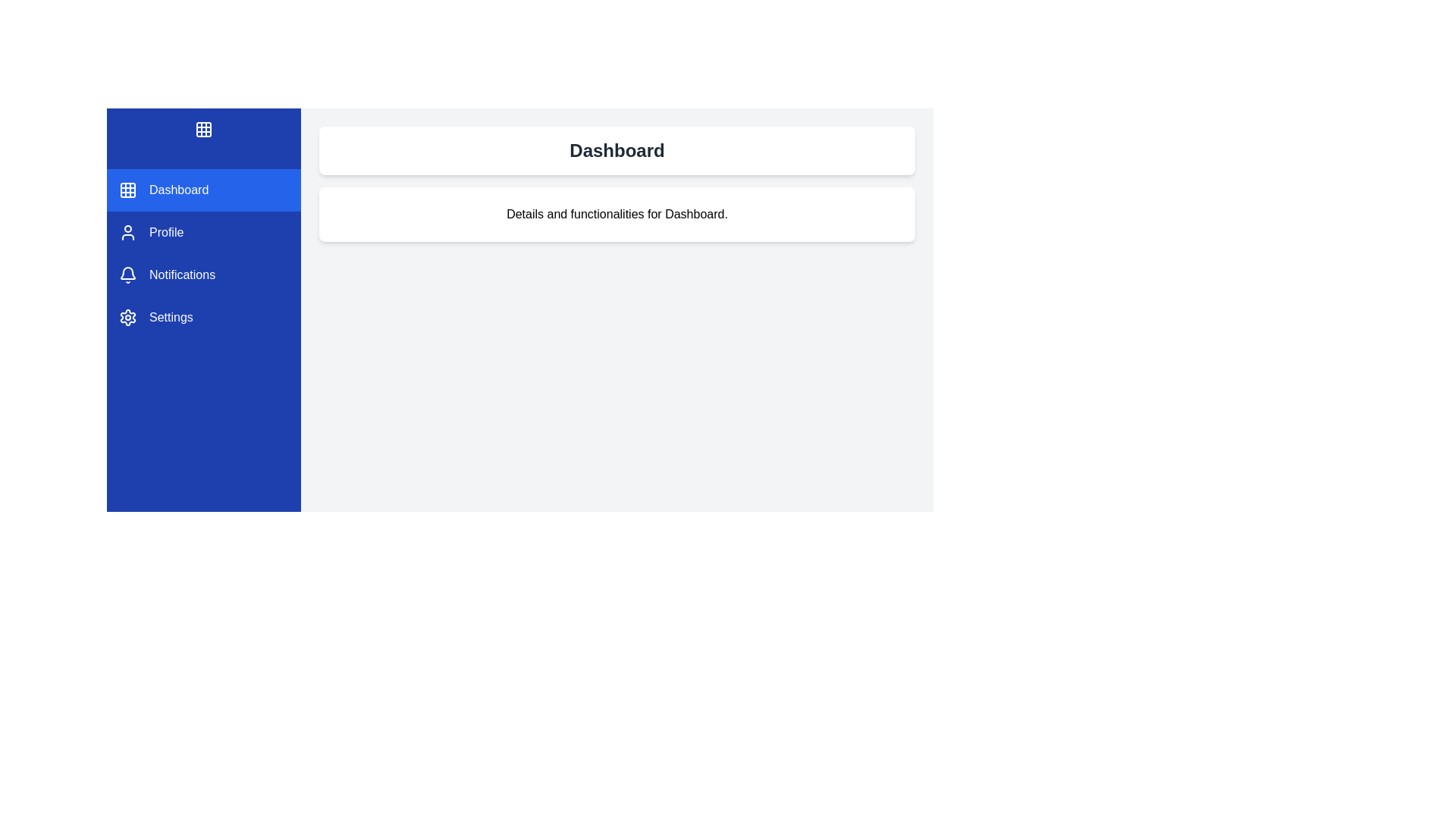 This screenshot has width=1456, height=819. Describe the element at coordinates (166, 233) in the screenshot. I see `the 'Profile' text label element located in the vertical menu on the left side of the interface, which is the second option below 'Dashboard' and above 'Notifications'` at that location.